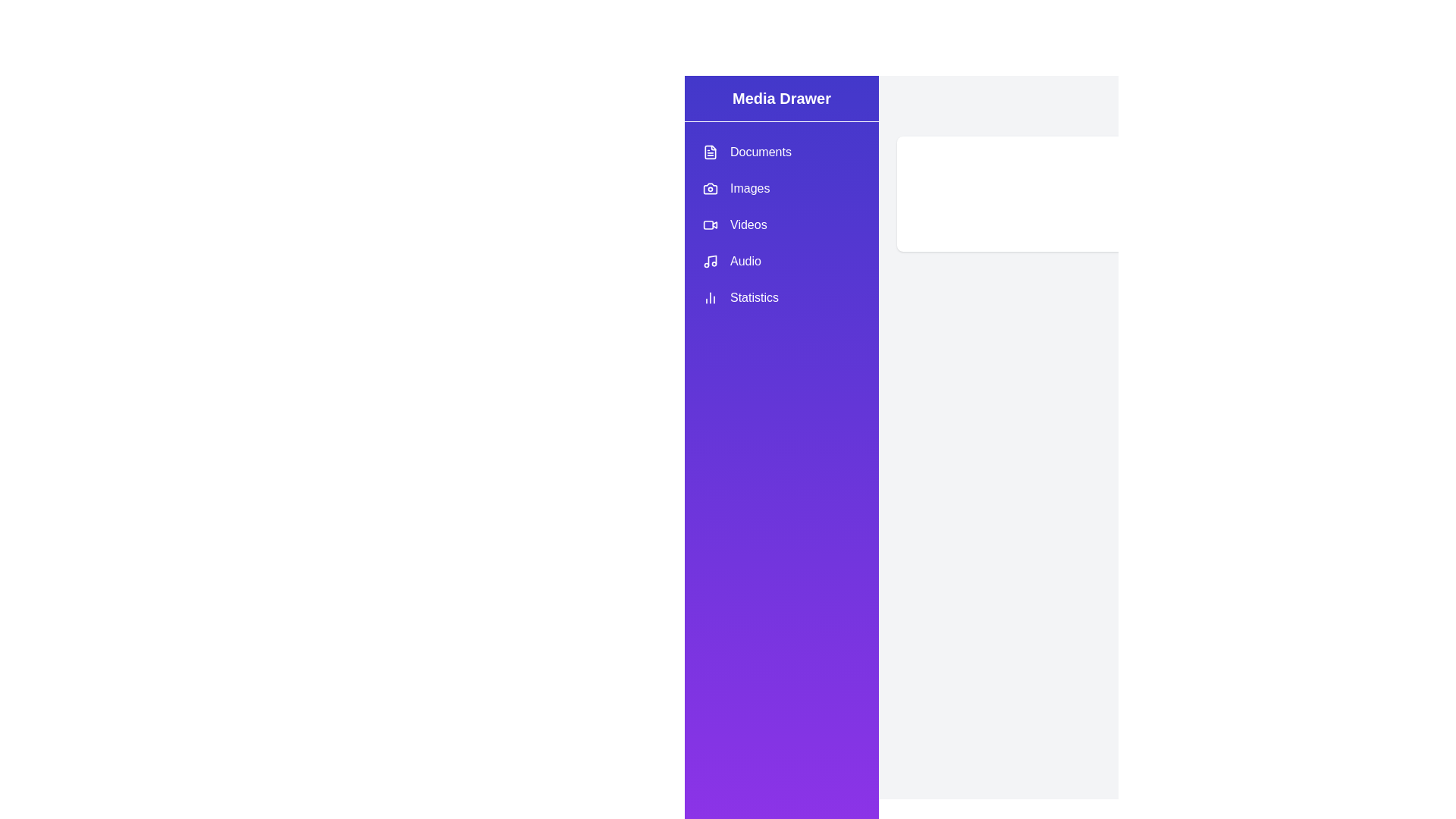 This screenshot has width=1456, height=819. Describe the element at coordinates (782, 152) in the screenshot. I see `the category Documents in the drawer` at that location.